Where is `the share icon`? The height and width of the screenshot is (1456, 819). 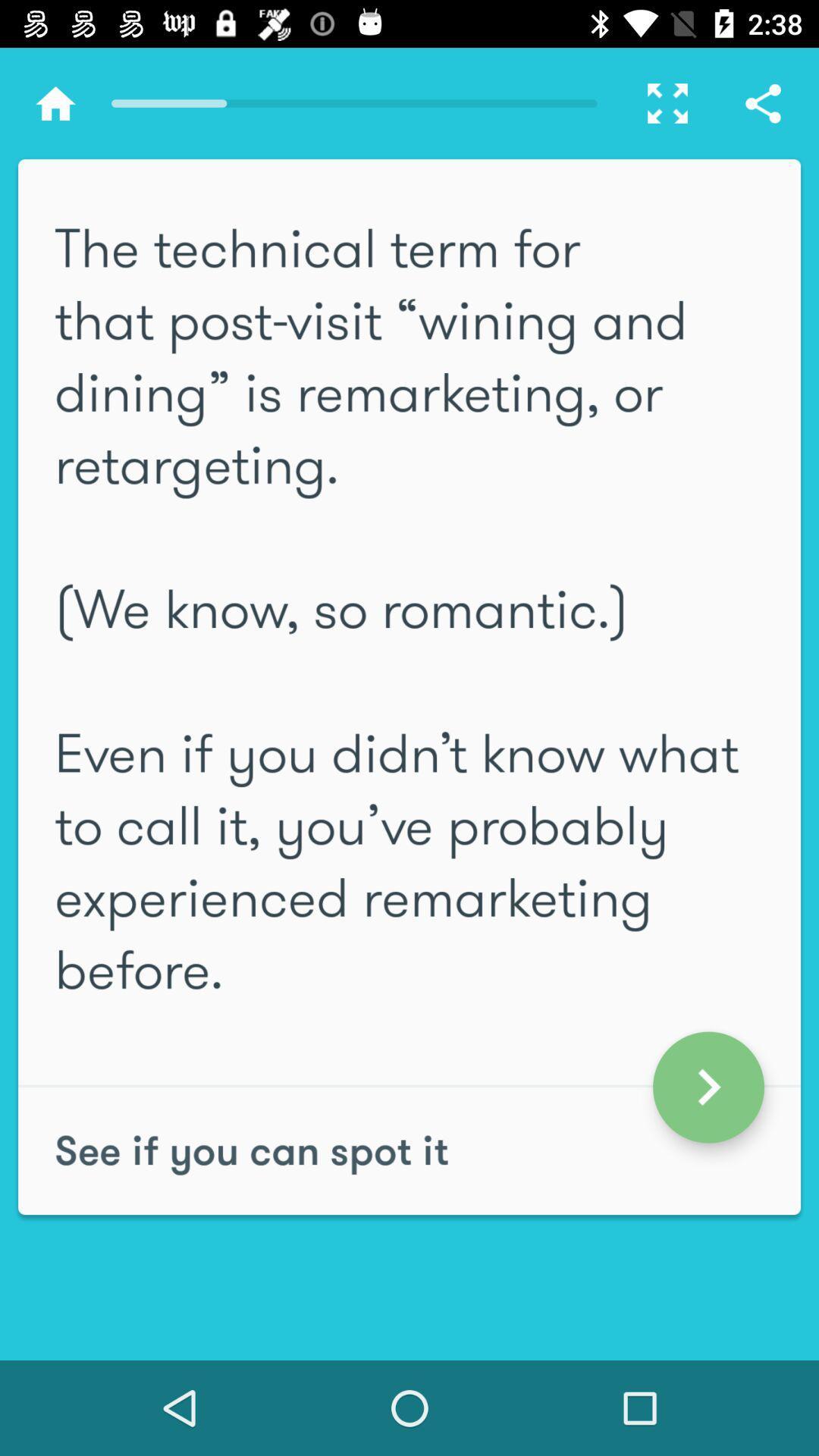 the share icon is located at coordinates (763, 102).